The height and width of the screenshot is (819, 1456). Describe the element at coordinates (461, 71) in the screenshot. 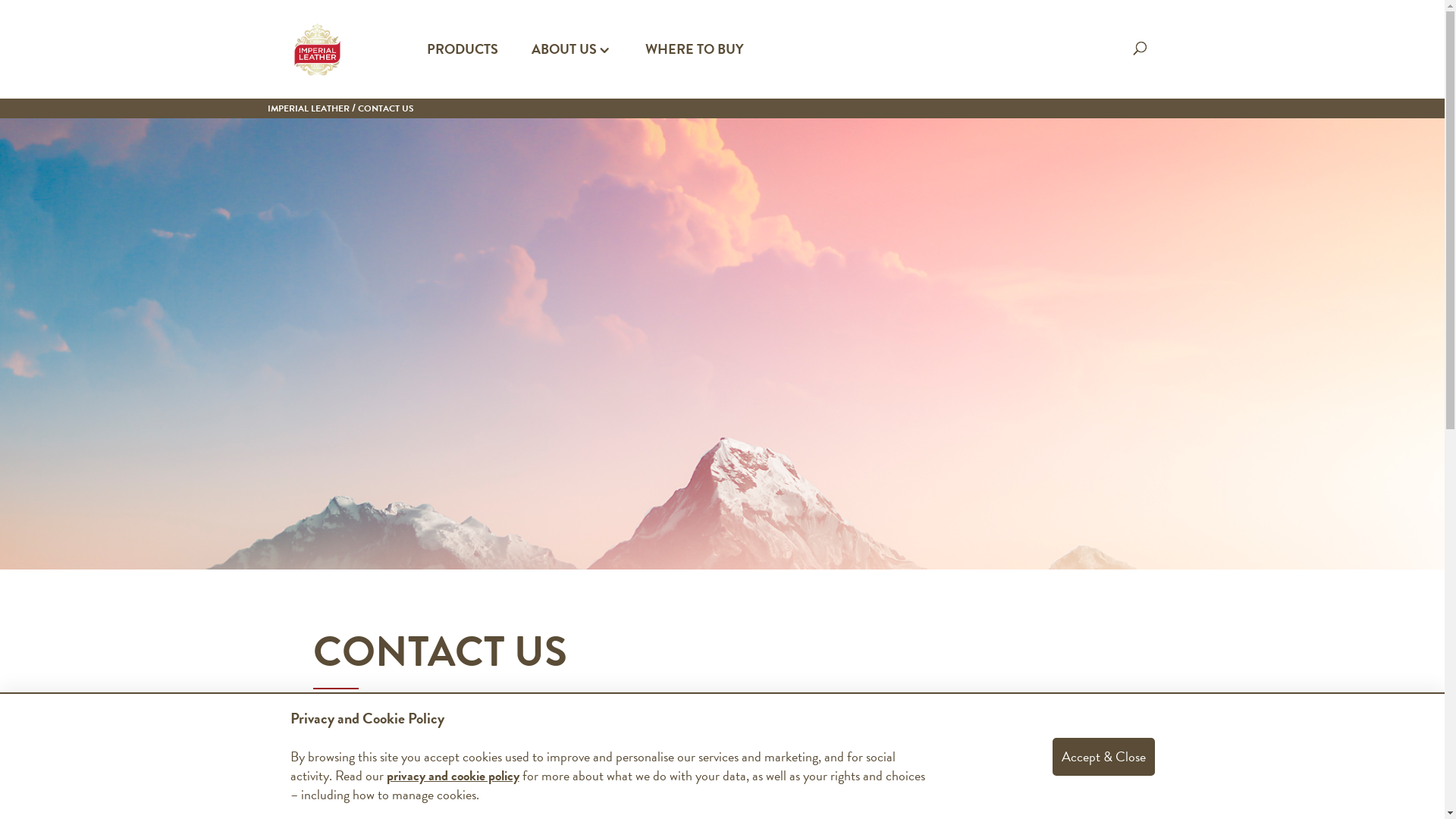

I see `'PRODUCTS'` at that location.